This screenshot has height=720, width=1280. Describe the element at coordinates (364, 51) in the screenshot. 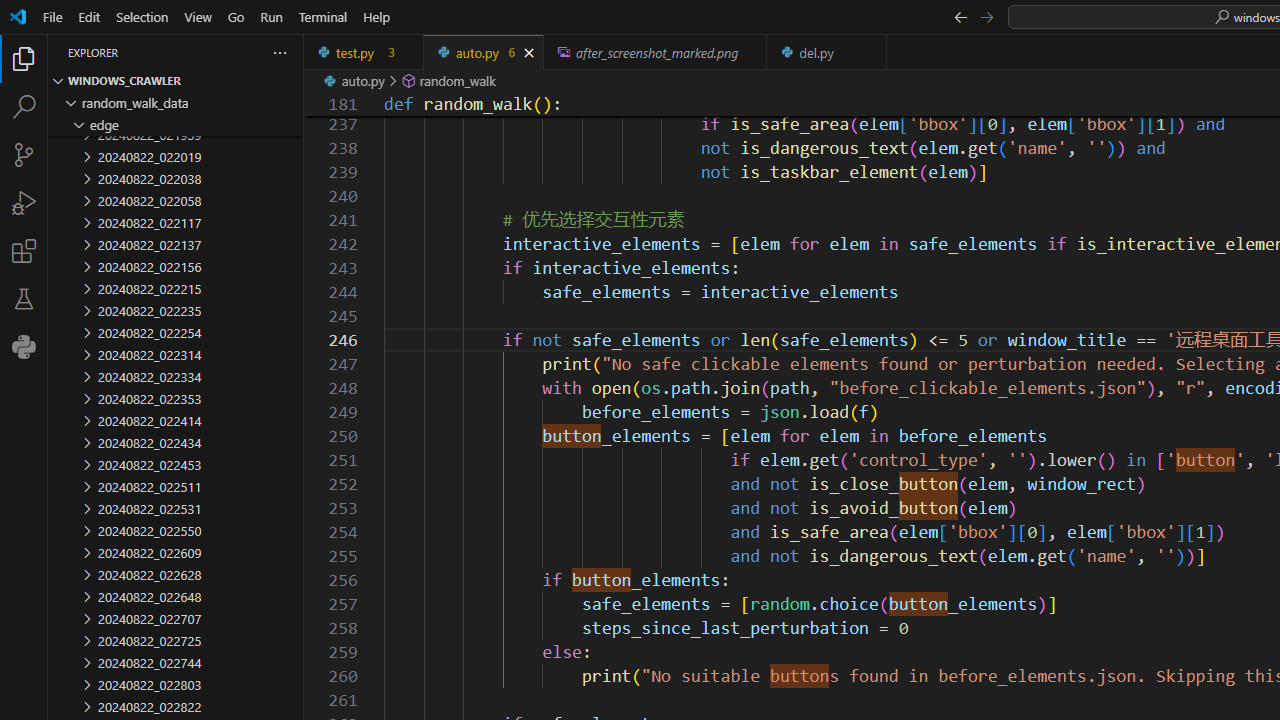

I see `'test.py'` at that location.